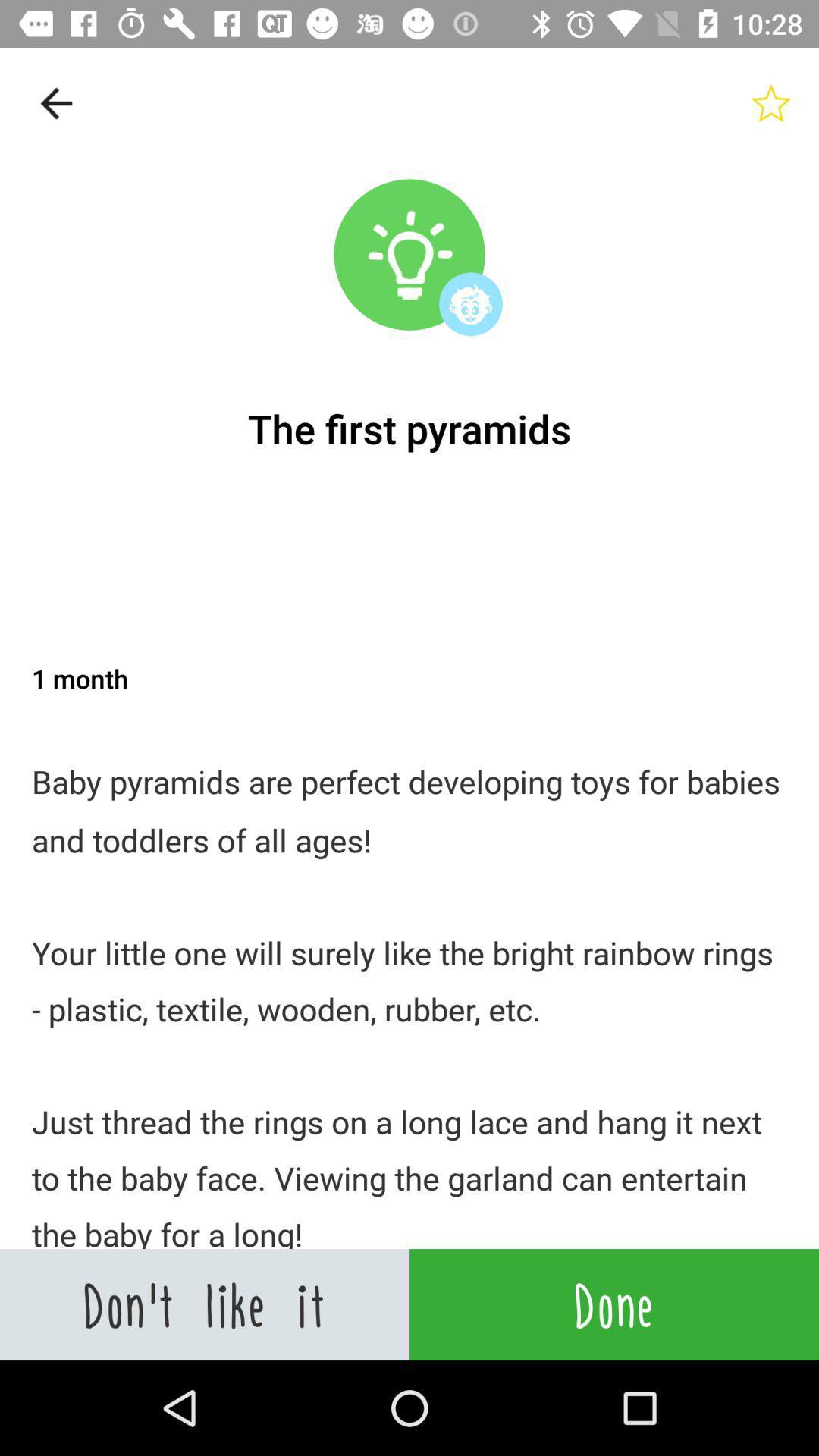  I want to click on the icon above the the first pyramids icon, so click(771, 102).